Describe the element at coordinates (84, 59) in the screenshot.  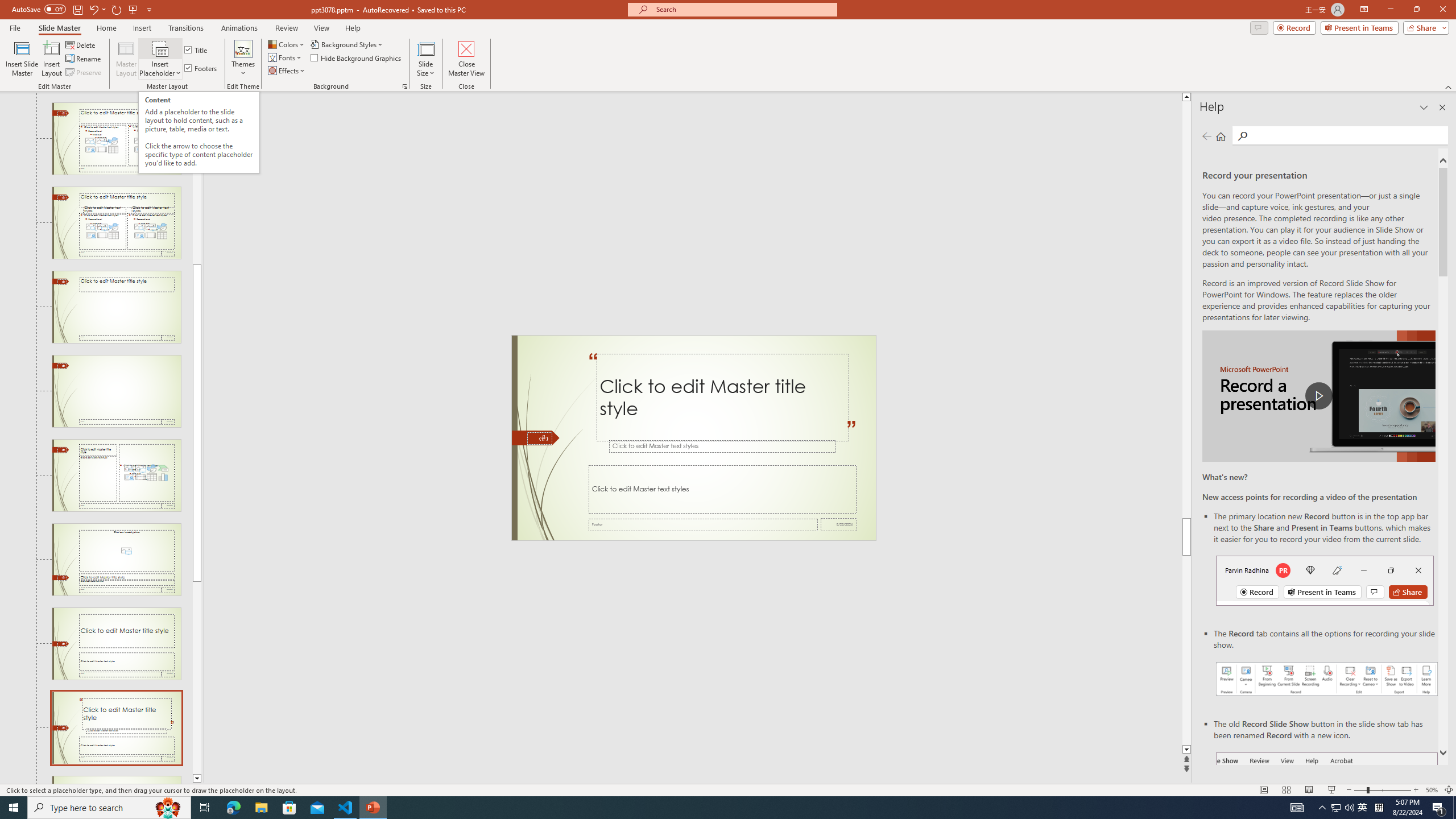
I see `'Rename'` at that location.